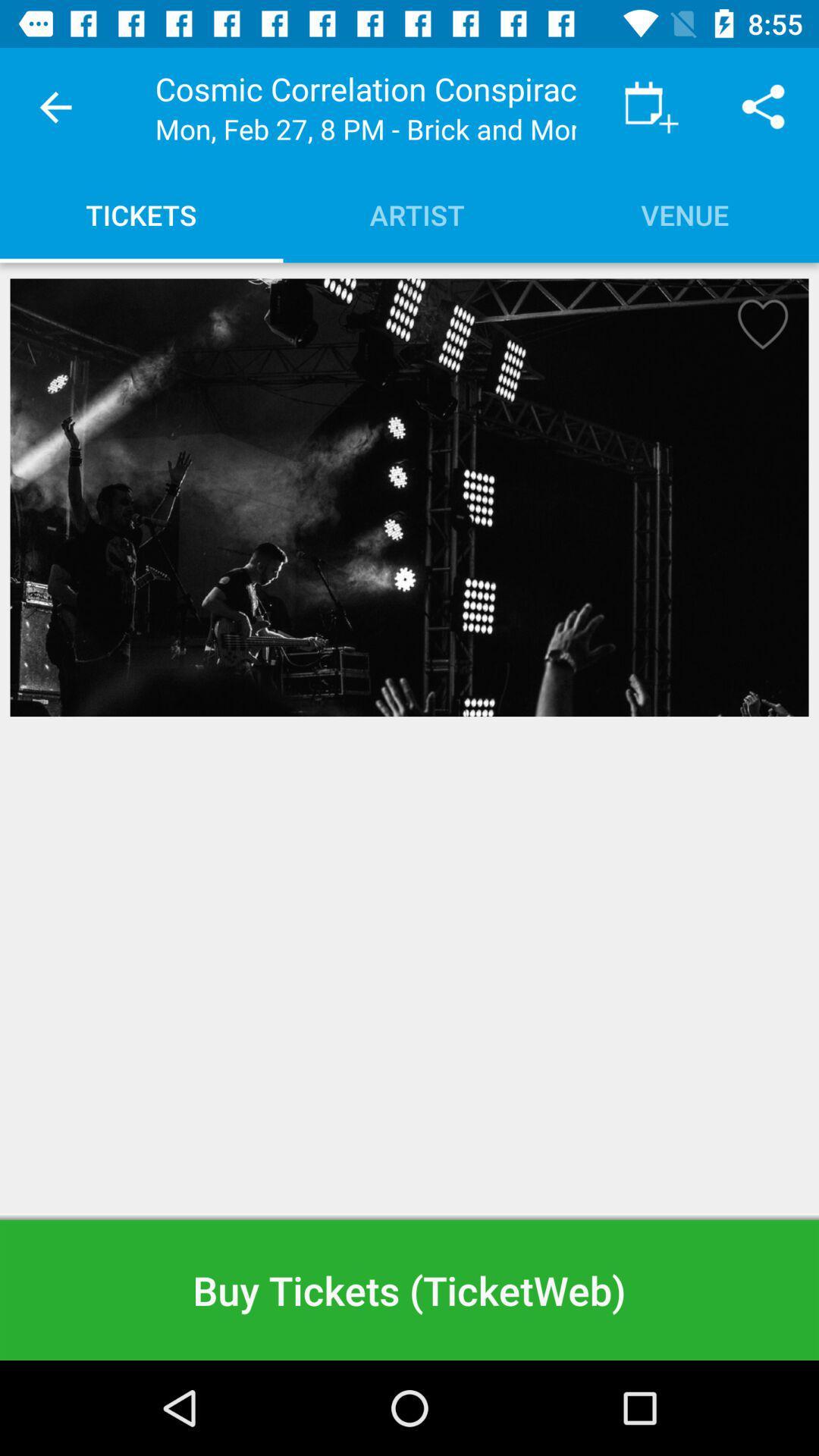 This screenshot has width=819, height=1456. Describe the element at coordinates (55, 106) in the screenshot. I see `the item next to cosmic correlation conspiracy` at that location.